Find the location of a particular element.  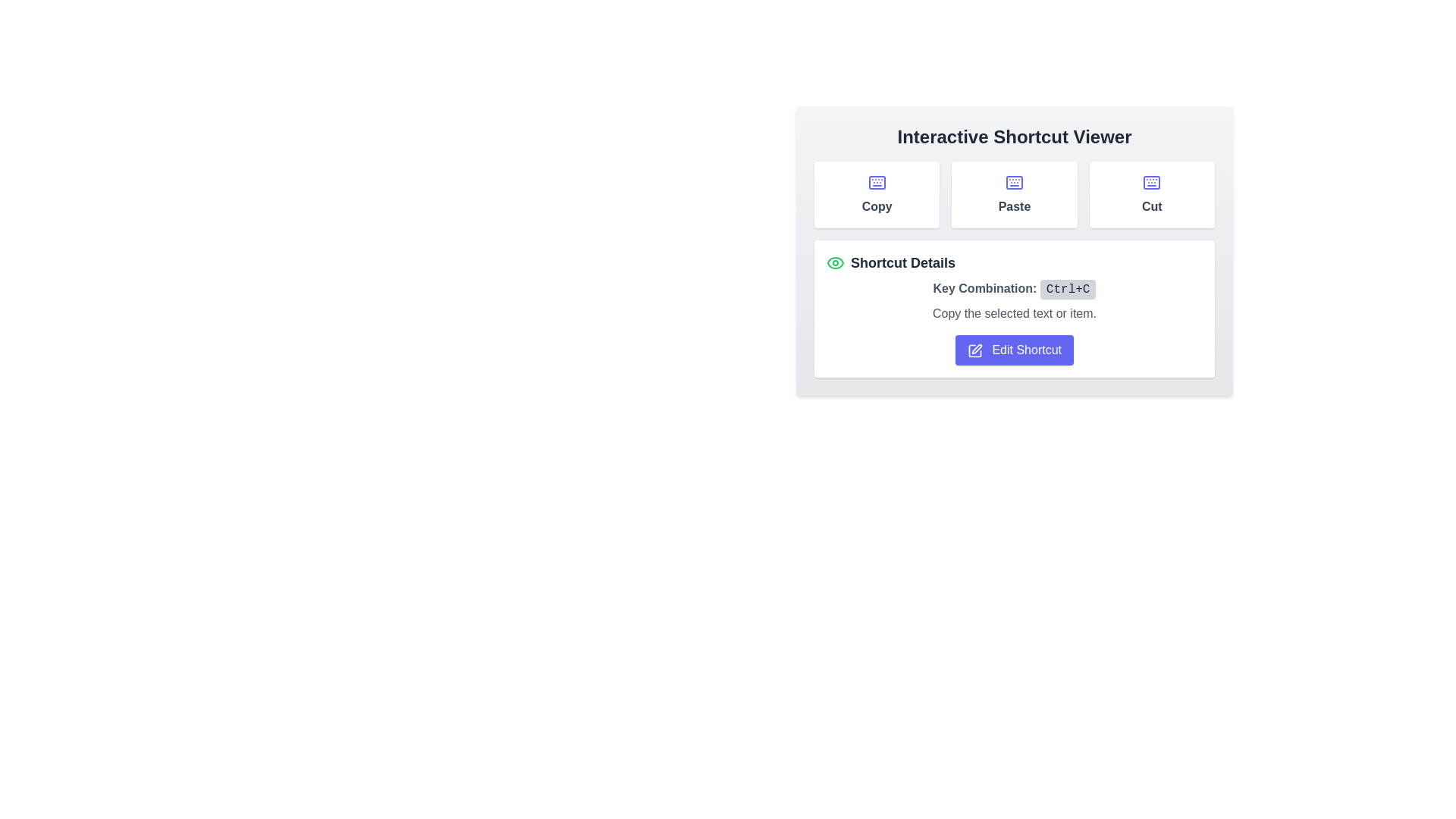

the label displaying 'Key Combination:' which is styled in a black font with a grayish tint, located in the lower half of the interface within the 'Shortcut Details' section is located at coordinates (984, 288).